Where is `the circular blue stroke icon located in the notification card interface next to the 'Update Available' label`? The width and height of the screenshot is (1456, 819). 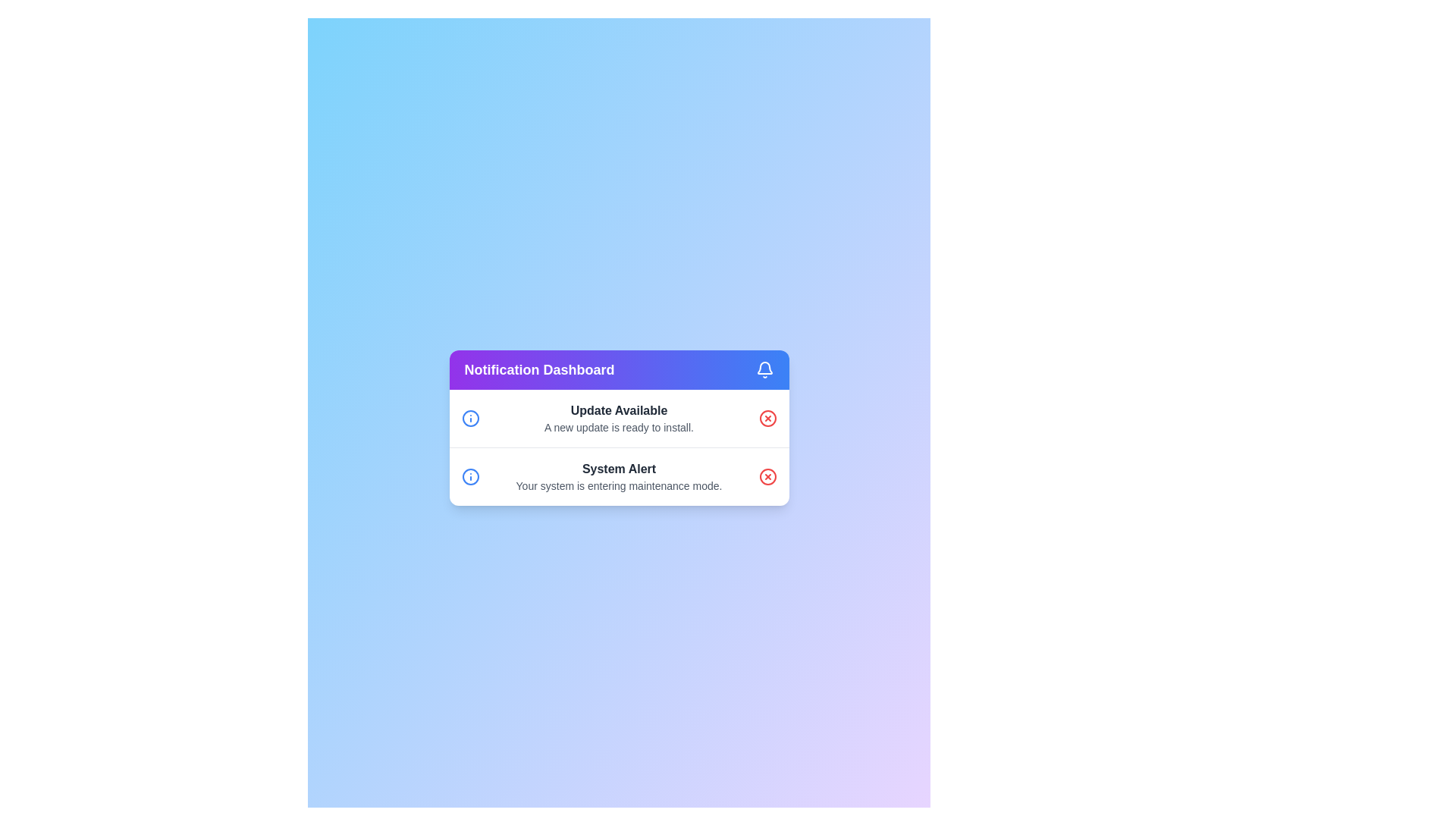
the circular blue stroke icon located in the notification card interface next to the 'Update Available' label is located at coordinates (469, 475).